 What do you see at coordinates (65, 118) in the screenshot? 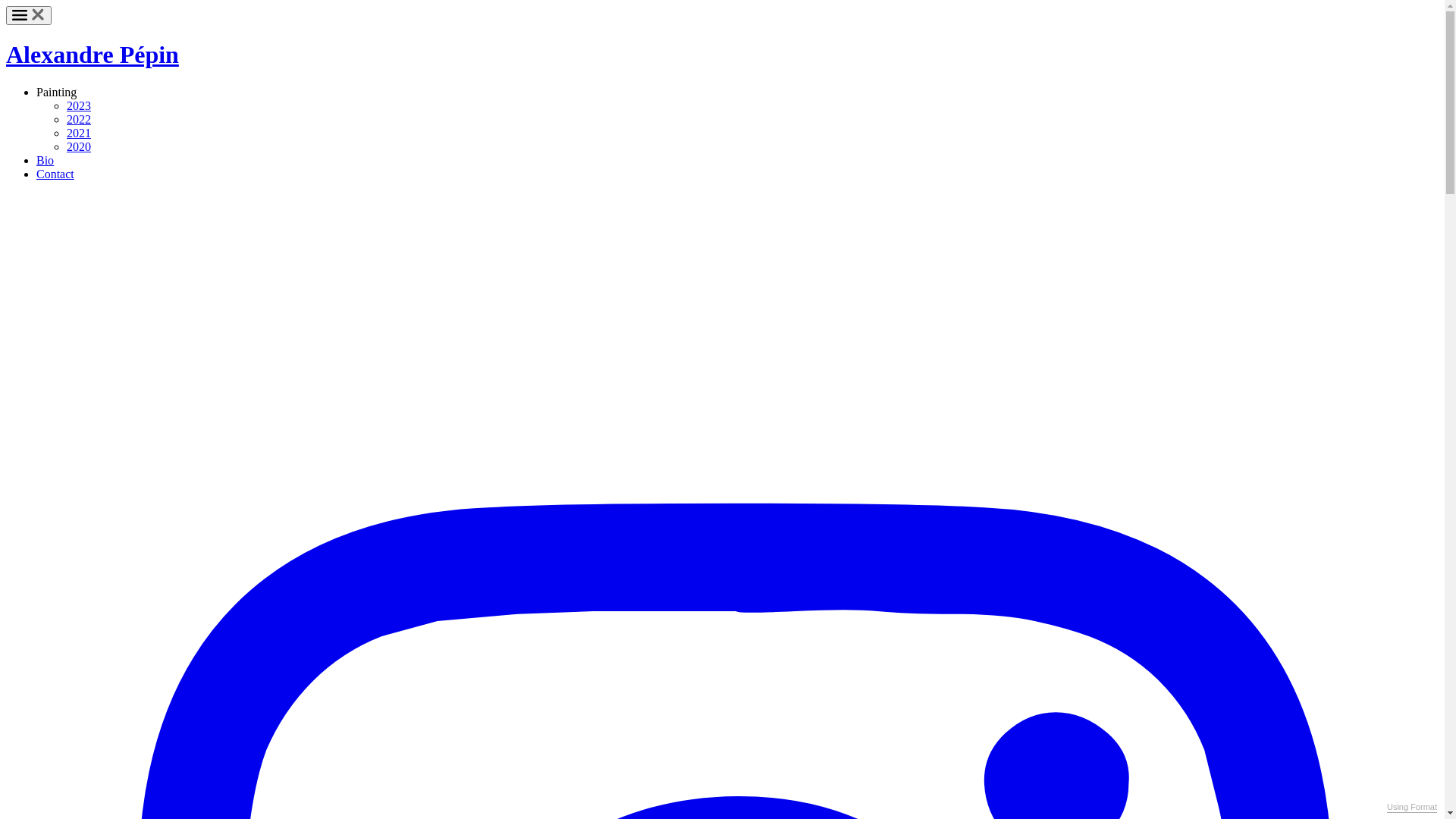
I see `'2022'` at bounding box center [65, 118].